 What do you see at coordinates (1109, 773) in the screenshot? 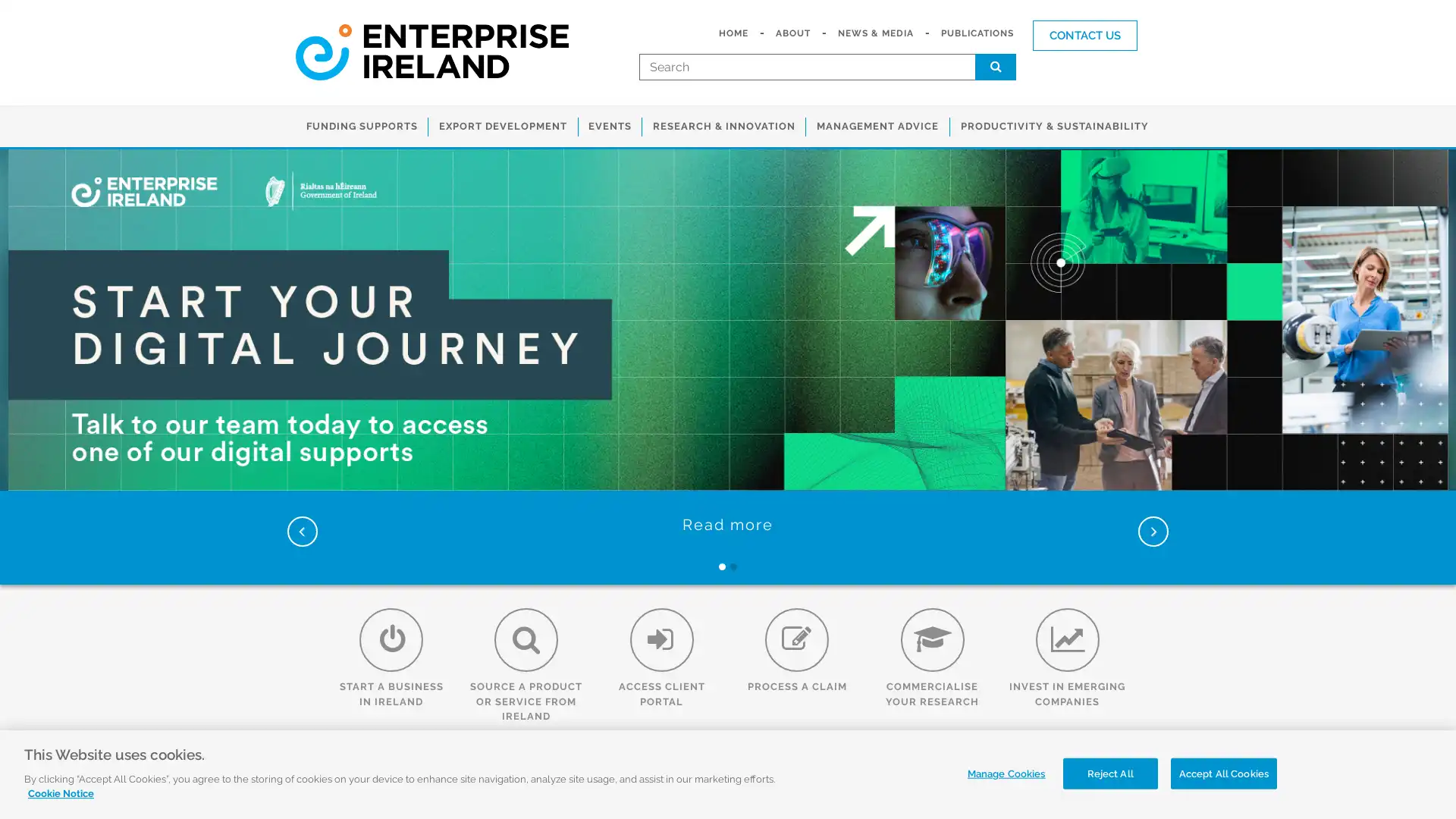
I see `Reject All` at bounding box center [1109, 773].